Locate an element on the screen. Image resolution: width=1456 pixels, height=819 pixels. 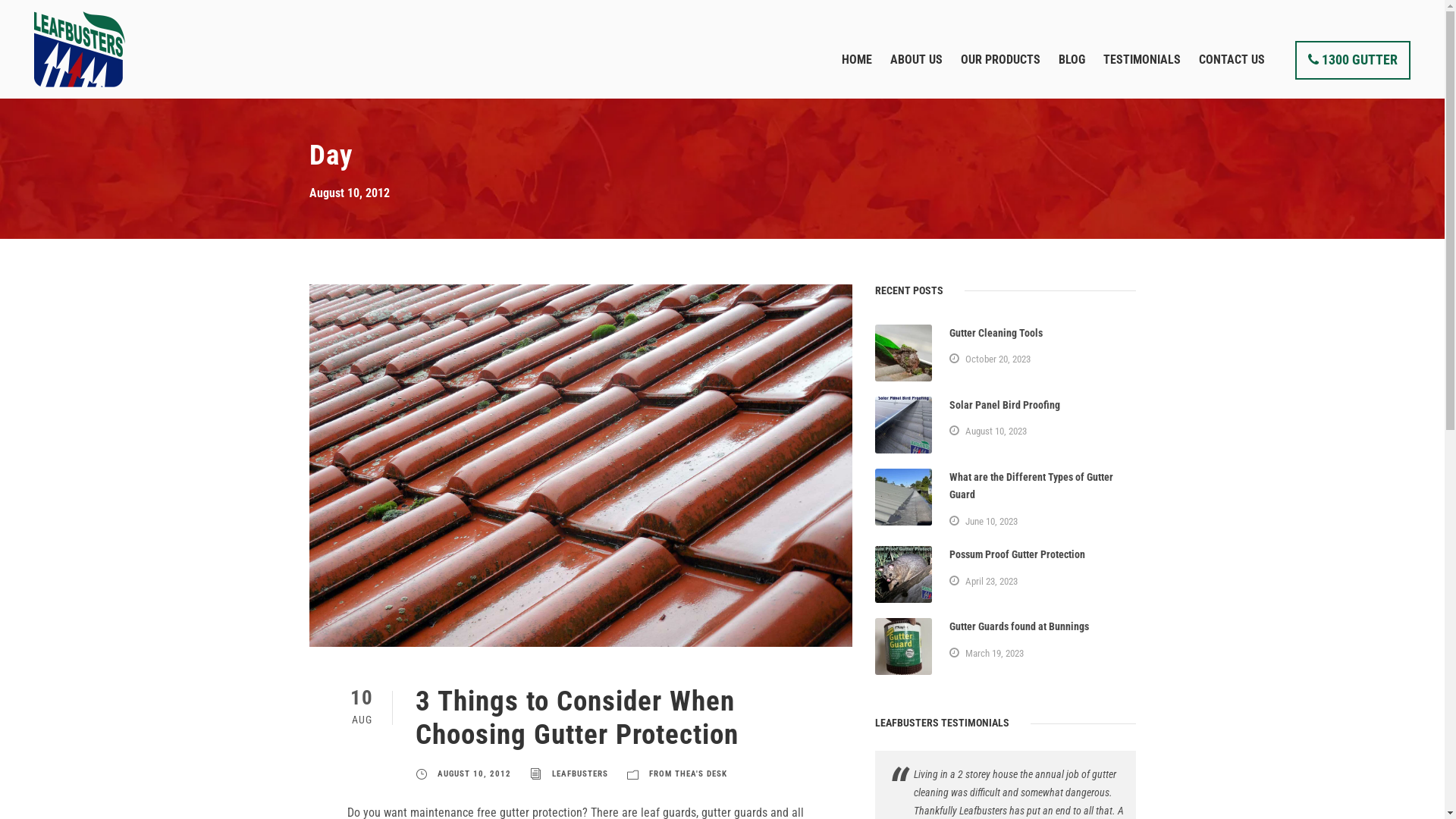
'Gutter Cleaning Tools scoop' is located at coordinates (903, 353).